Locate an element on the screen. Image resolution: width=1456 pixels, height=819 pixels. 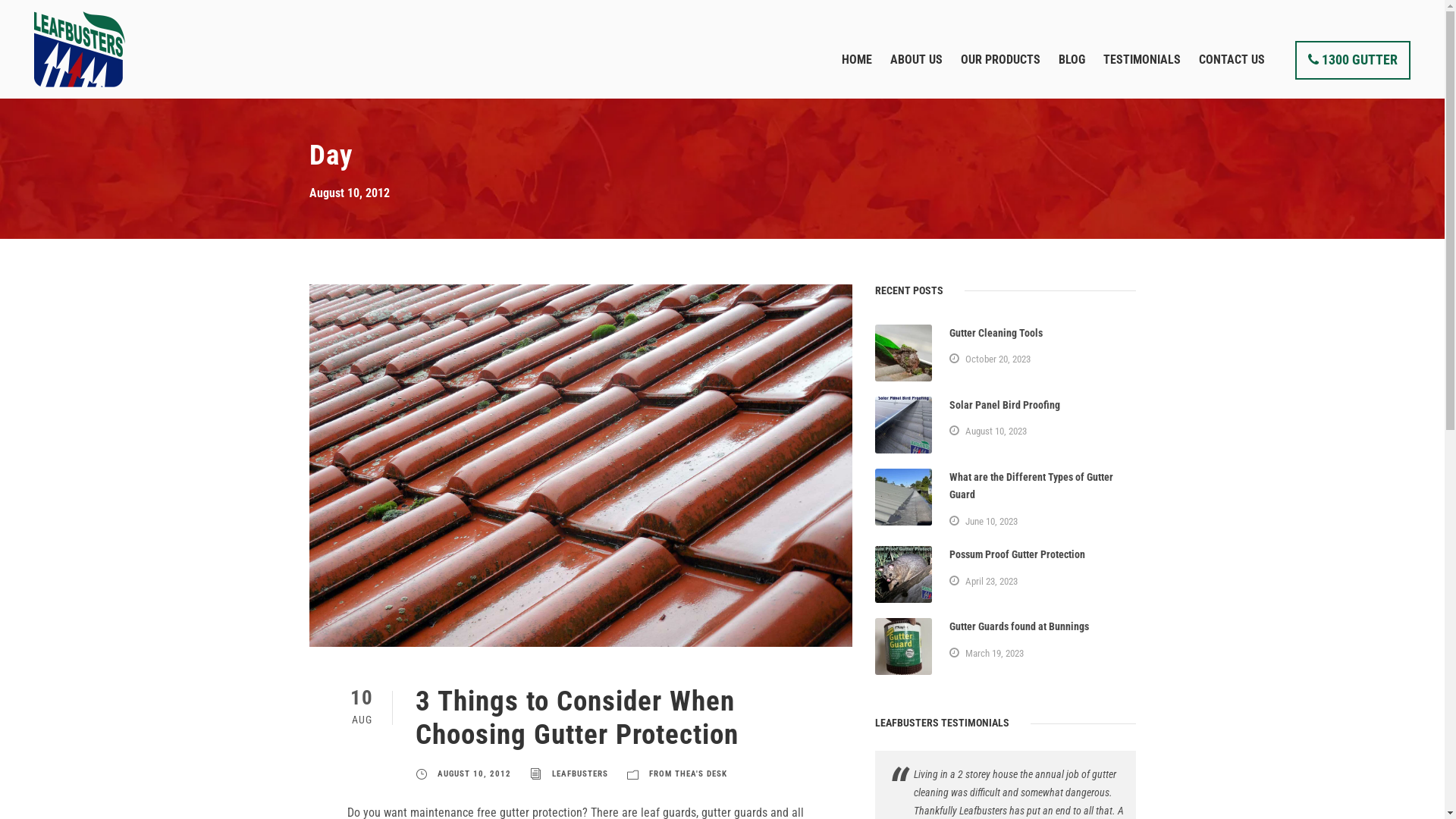
'Gutter Cleaning Tools scoop' is located at coordinates (903, 353).